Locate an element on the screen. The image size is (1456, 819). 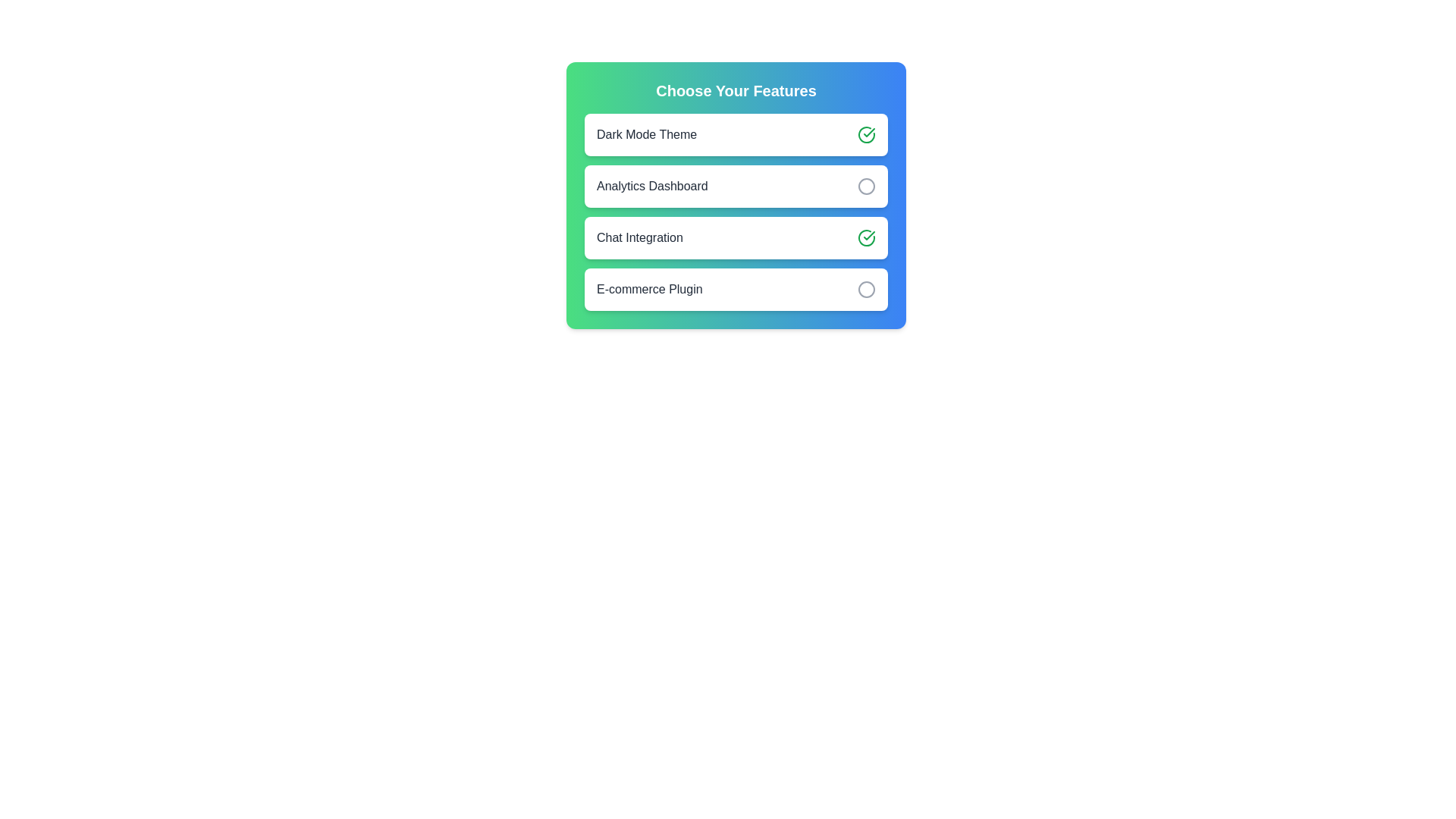
the feature Chat Integration is located at coordinates (866, 237).